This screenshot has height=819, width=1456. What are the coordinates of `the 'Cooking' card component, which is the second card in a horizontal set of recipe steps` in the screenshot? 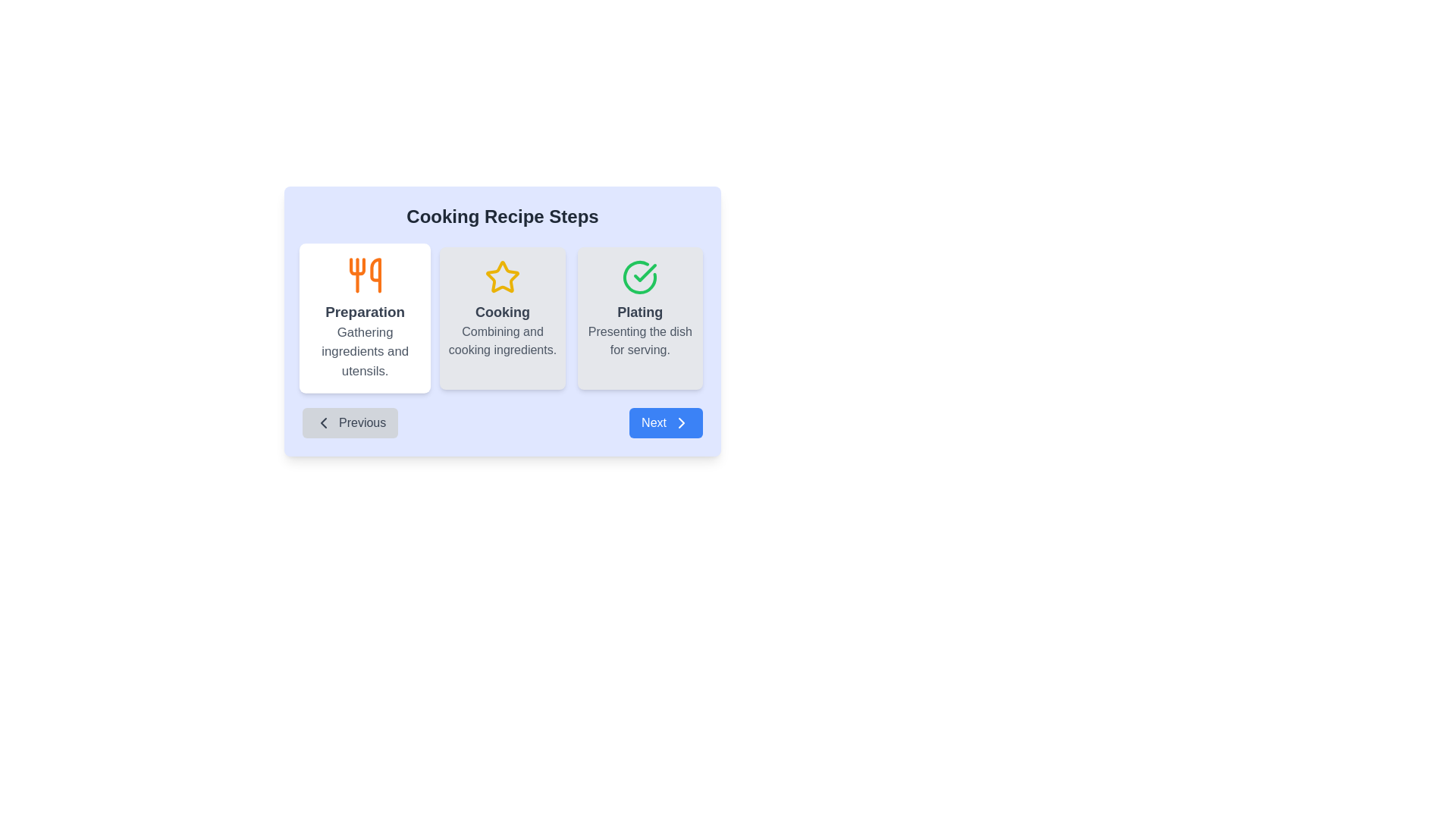 It's located at (502, 321).